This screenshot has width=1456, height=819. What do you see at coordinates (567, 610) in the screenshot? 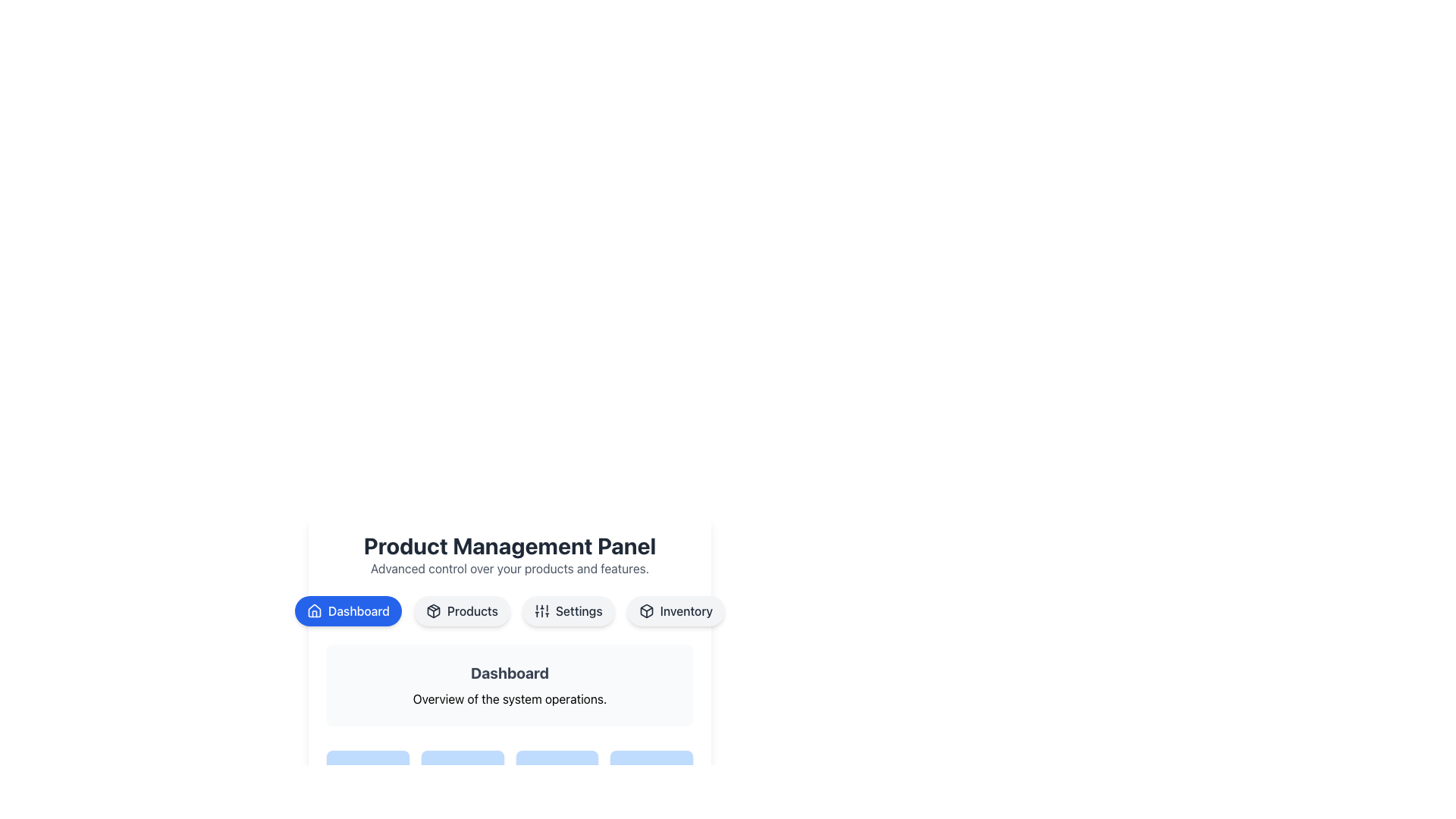
I see `the 'Settings' button, which is a rounded rectangular button with a light gray background and darker gray text, located in the navigation bar under the 'Product Management Panel'` at bounding box center [567, 610].